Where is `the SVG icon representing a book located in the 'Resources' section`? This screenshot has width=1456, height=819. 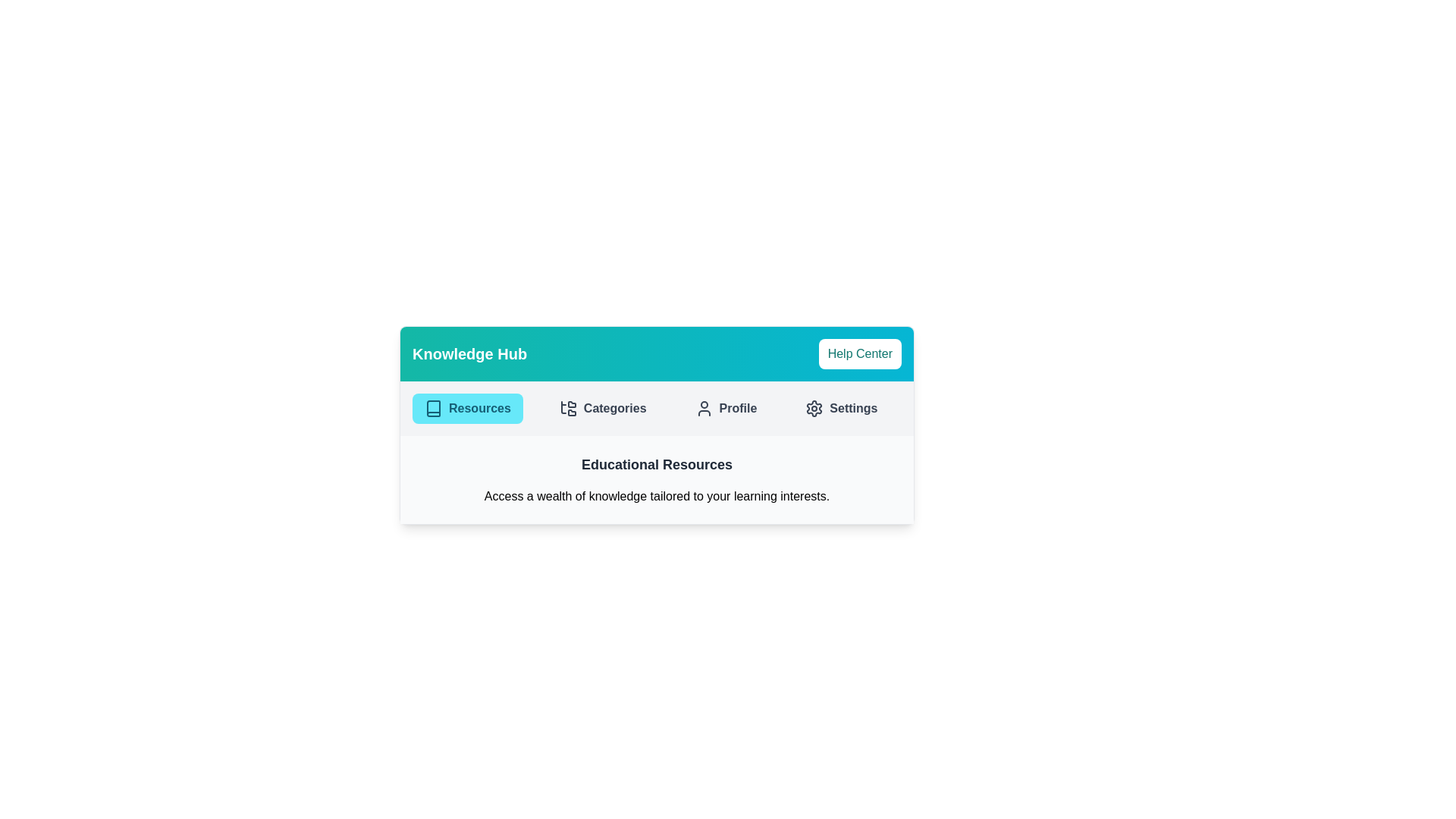 the SVG icon representing a book located in the 'Resources' section is located at coordinates (432, 408).